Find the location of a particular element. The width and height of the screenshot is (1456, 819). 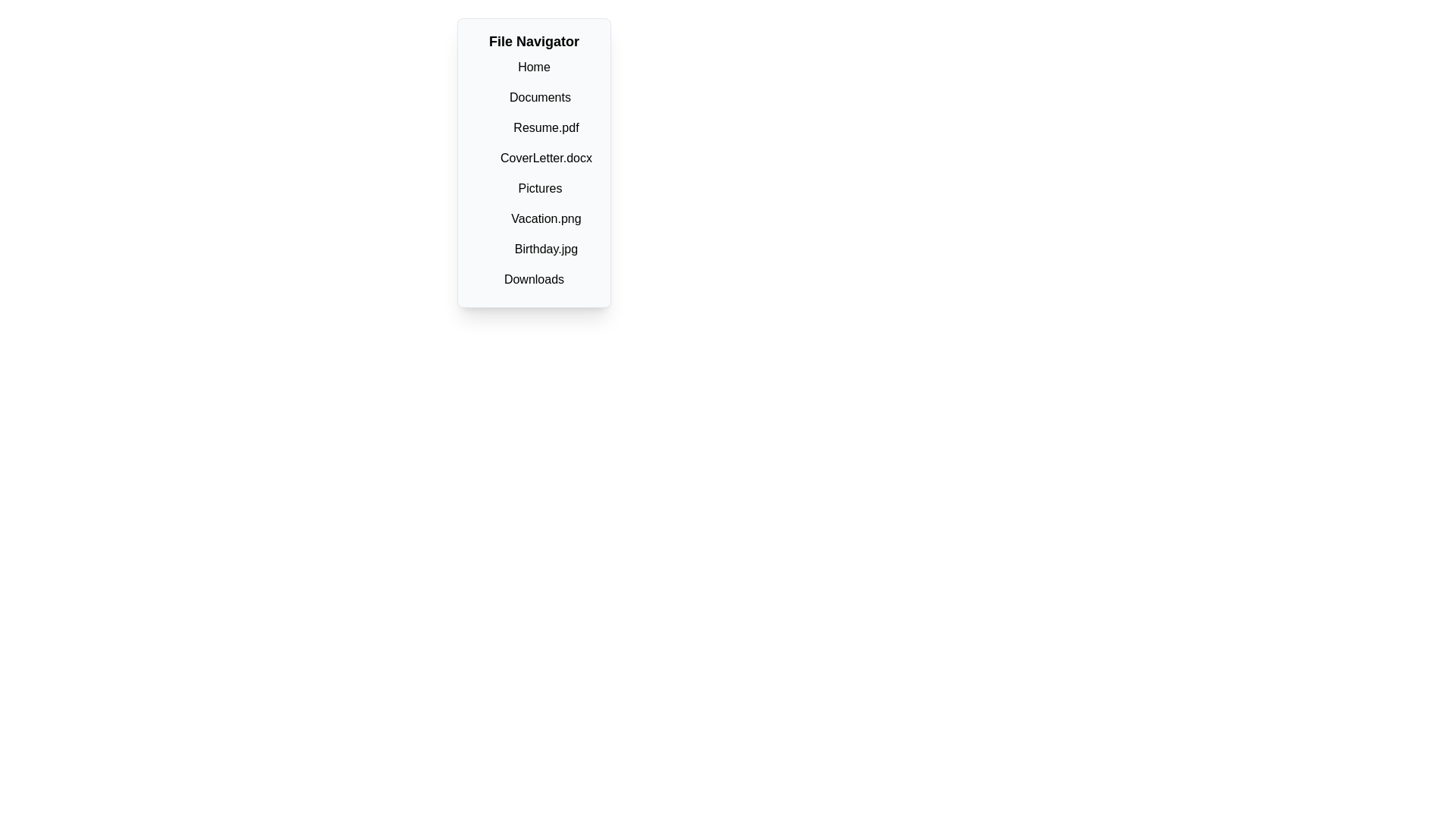

the text label and selectable list item for 'CoverLetter.docx' is located at coordinates (546, 158).